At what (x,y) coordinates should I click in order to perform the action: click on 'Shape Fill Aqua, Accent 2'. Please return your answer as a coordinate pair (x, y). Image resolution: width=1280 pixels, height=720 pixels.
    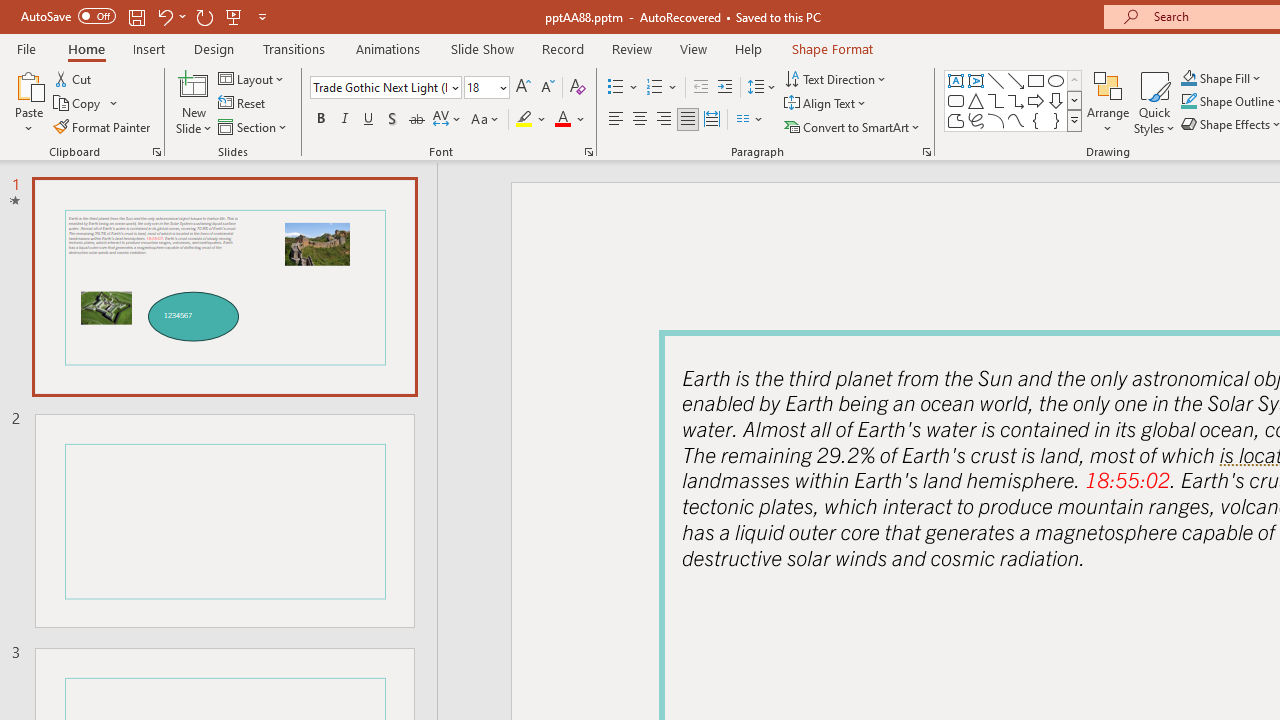
    Looking at the image, I should click on (1189, 77).